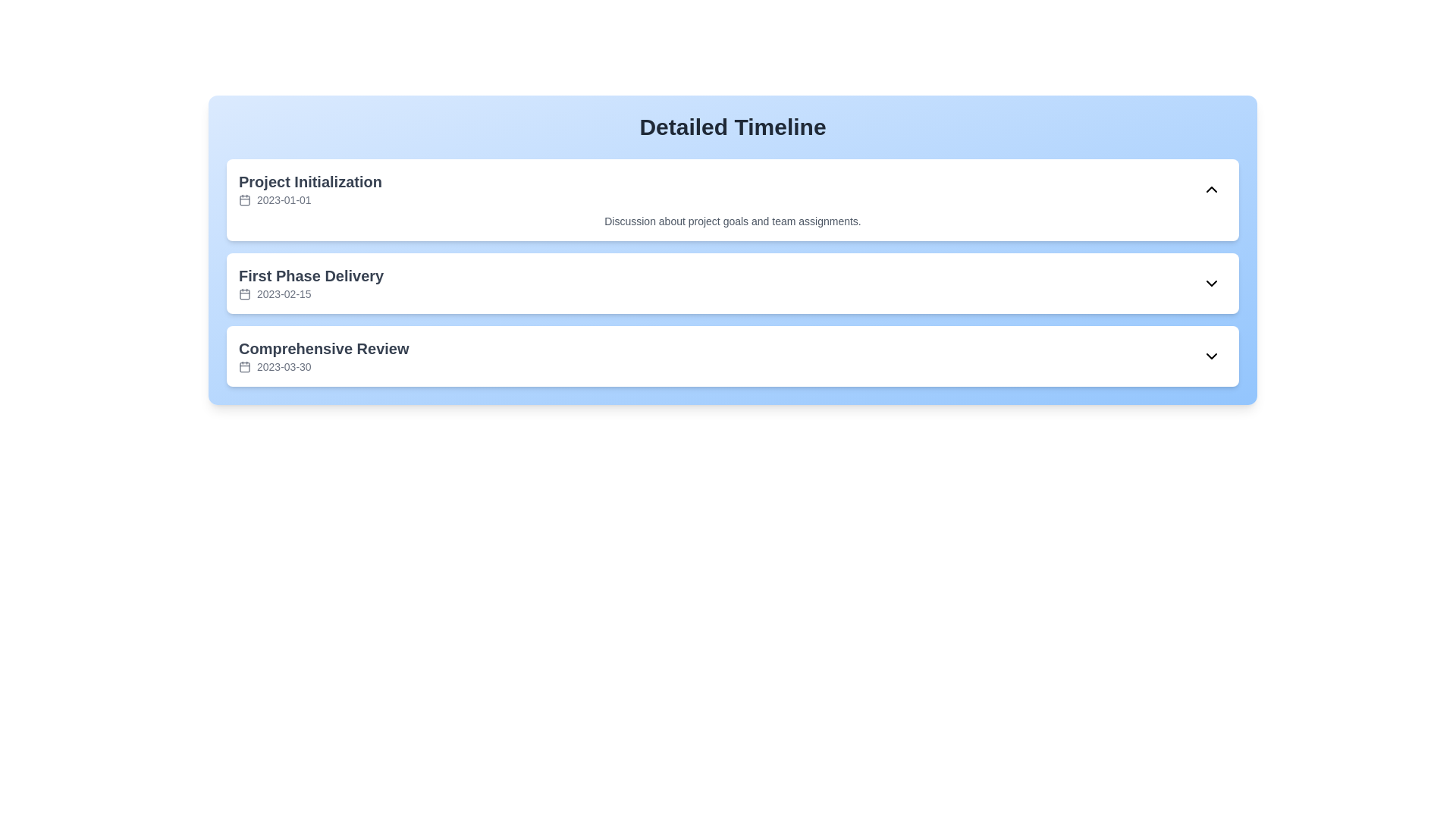 This screenshot has width=1456, height=819. What do you see at coordinates (244, 366) in the screenshot?
I see `the icon representing the date functionality located to the left of the 'Comprehensive Review 2023-03-30' row` at bounding box center [244, 366].